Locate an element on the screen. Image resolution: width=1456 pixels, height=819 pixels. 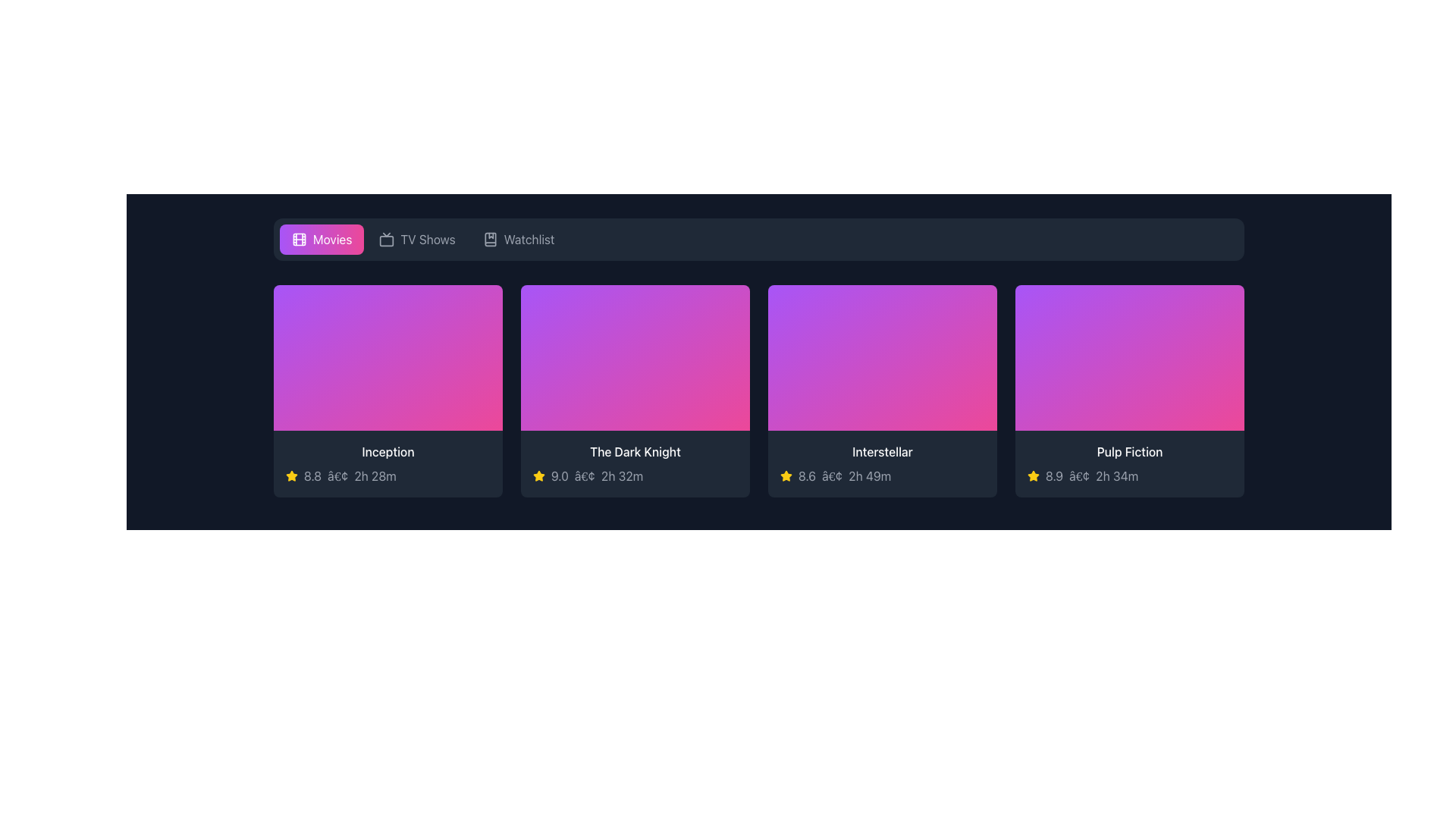
the decorative SVG icon located to the left of the 'Movies' button in the navigation bar is located at coordinates (299, 239).